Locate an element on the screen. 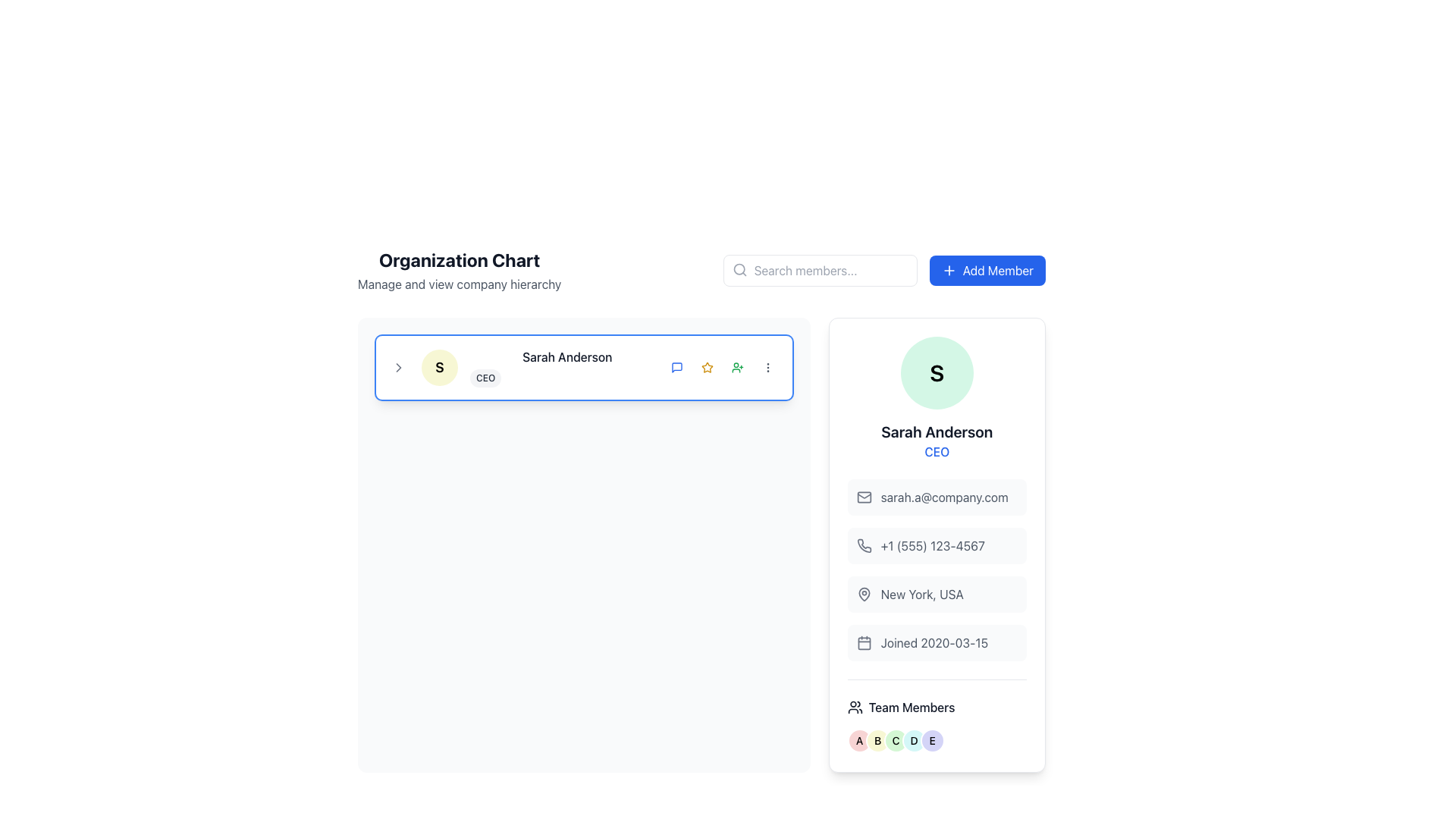  the 'Add Member' button located in the upper-right corner of the interface is located at coordinates (987, 270).